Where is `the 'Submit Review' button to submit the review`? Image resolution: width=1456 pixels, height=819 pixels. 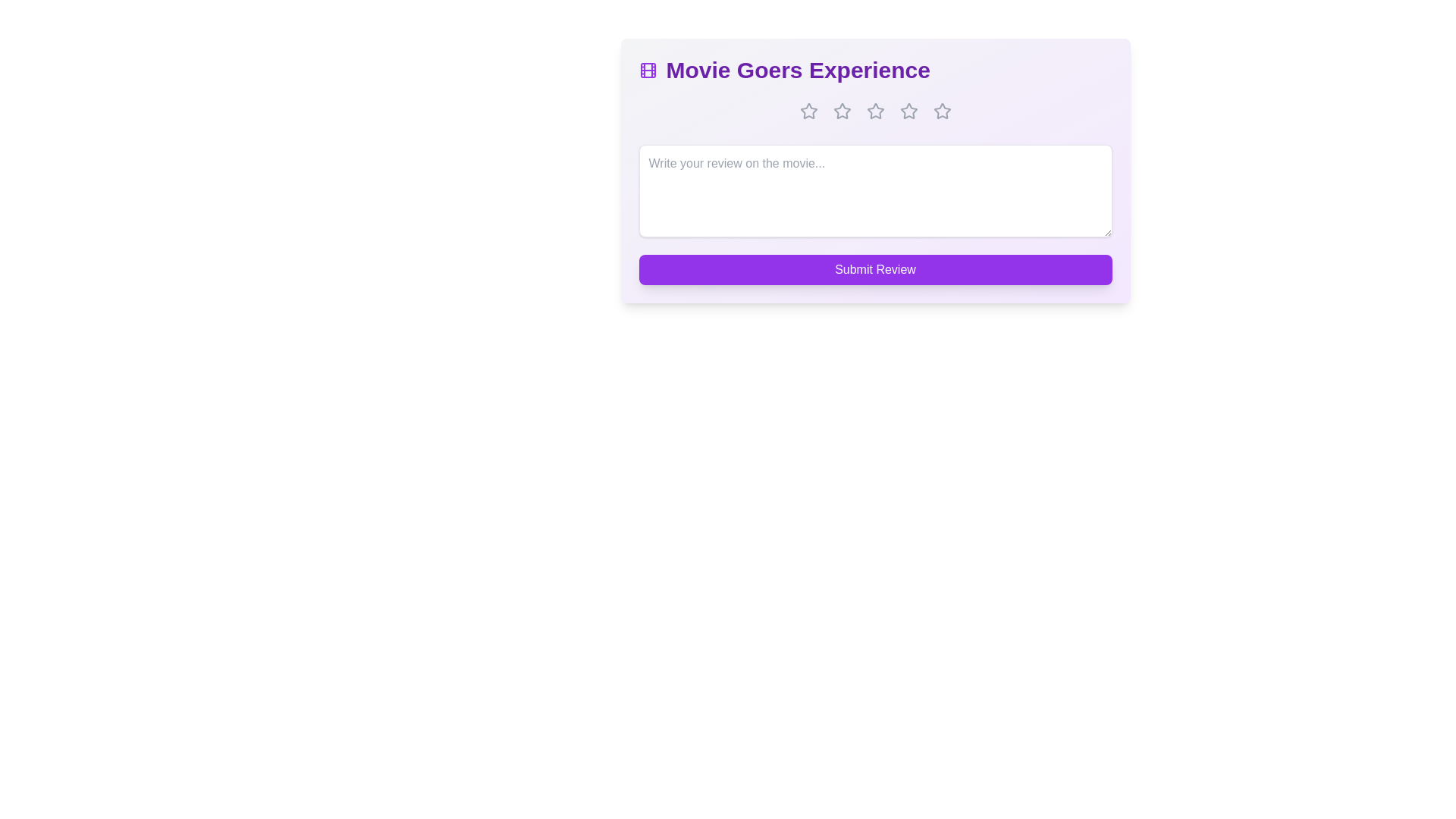
the 'Submit Review' button to submit the review is located at coordinates (875, 268).